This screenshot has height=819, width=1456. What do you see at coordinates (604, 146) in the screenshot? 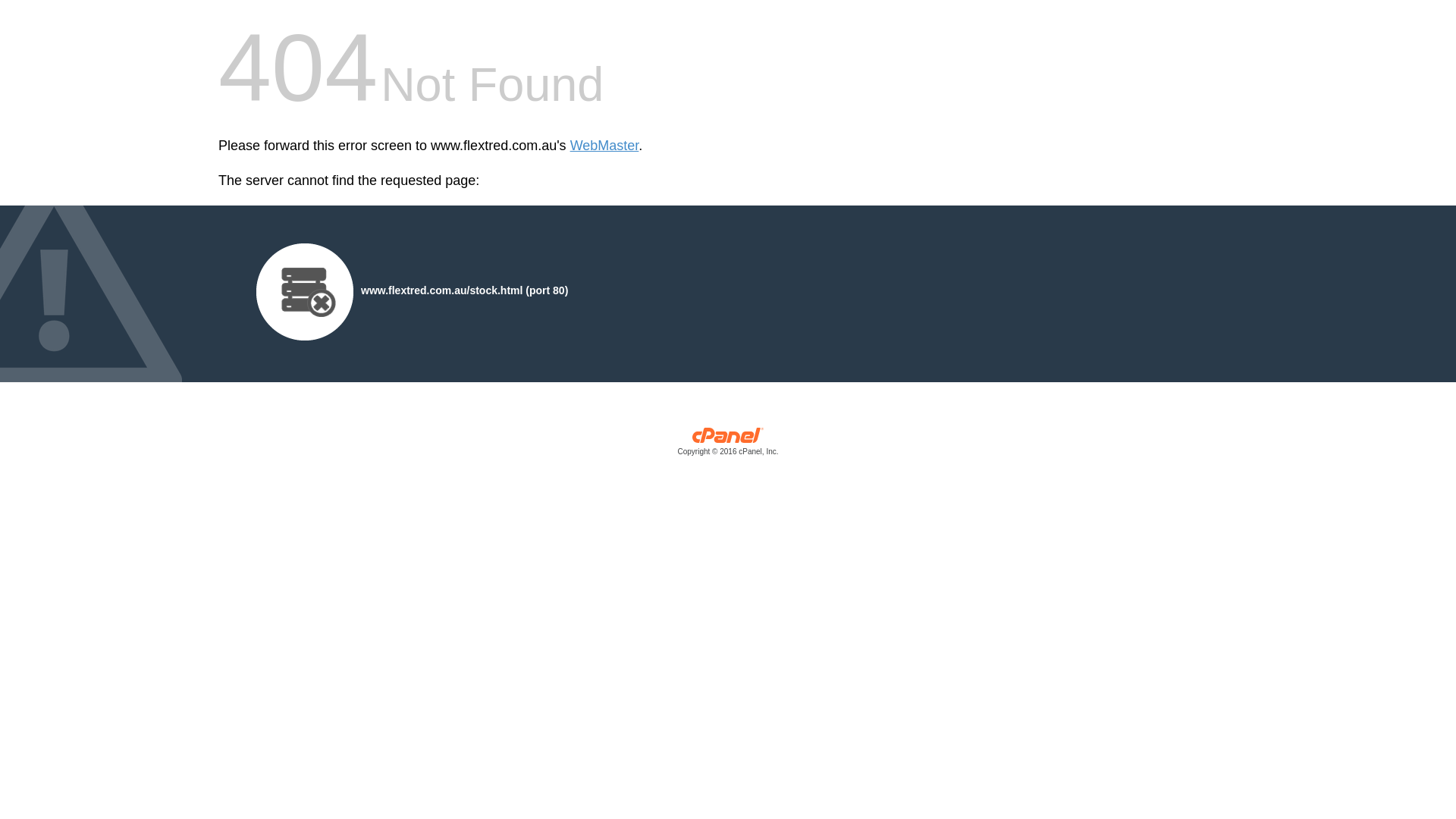
I see `'WebMaster'` at bounding box center [604, 146].